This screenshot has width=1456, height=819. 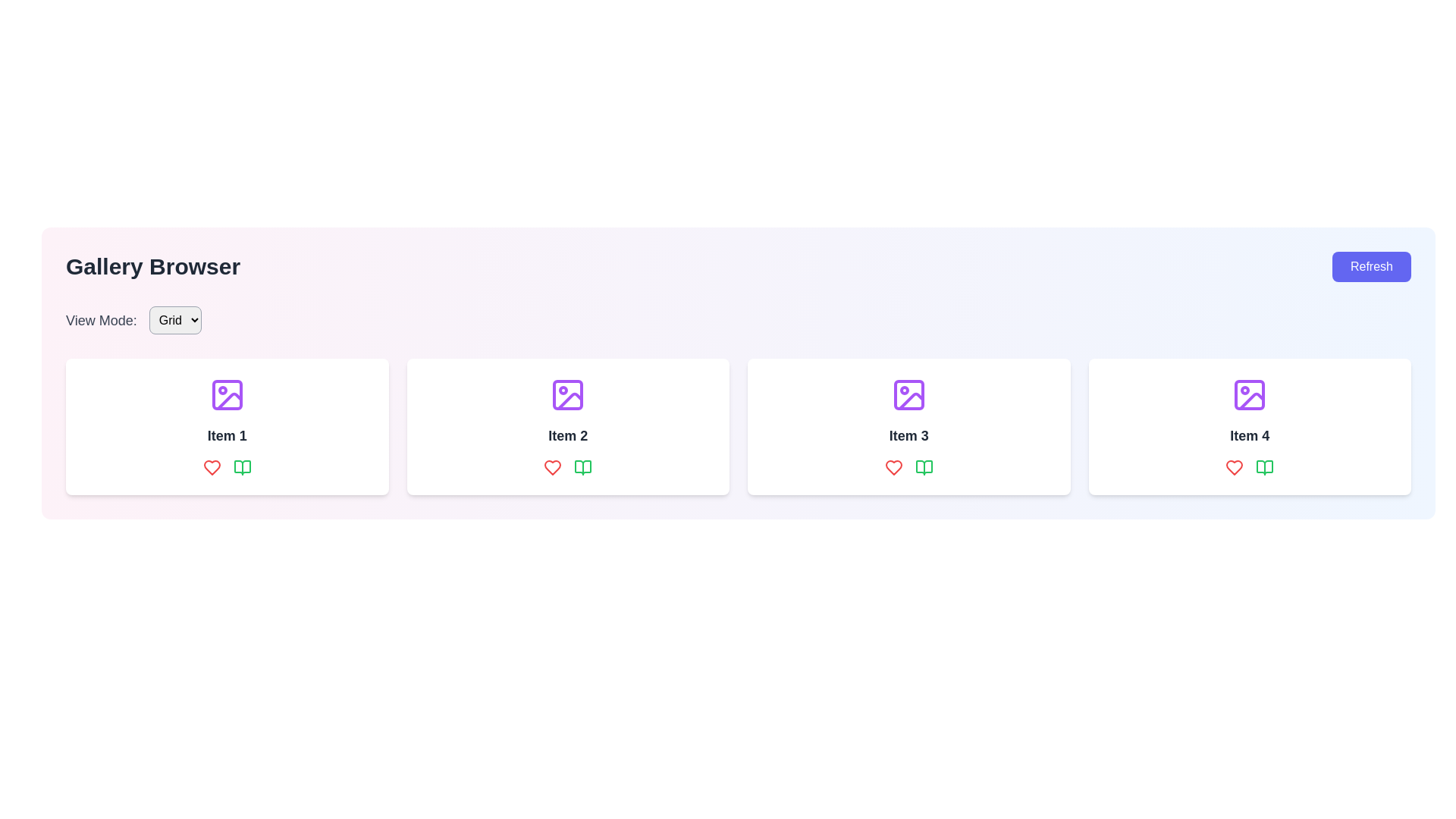 I want to click on the decorative icon resembling a picture frame with a mountain and a circular sun symbol, which is prominently located at the top-center of the card labeled 'Item 4', so click(x=1250, y=394).